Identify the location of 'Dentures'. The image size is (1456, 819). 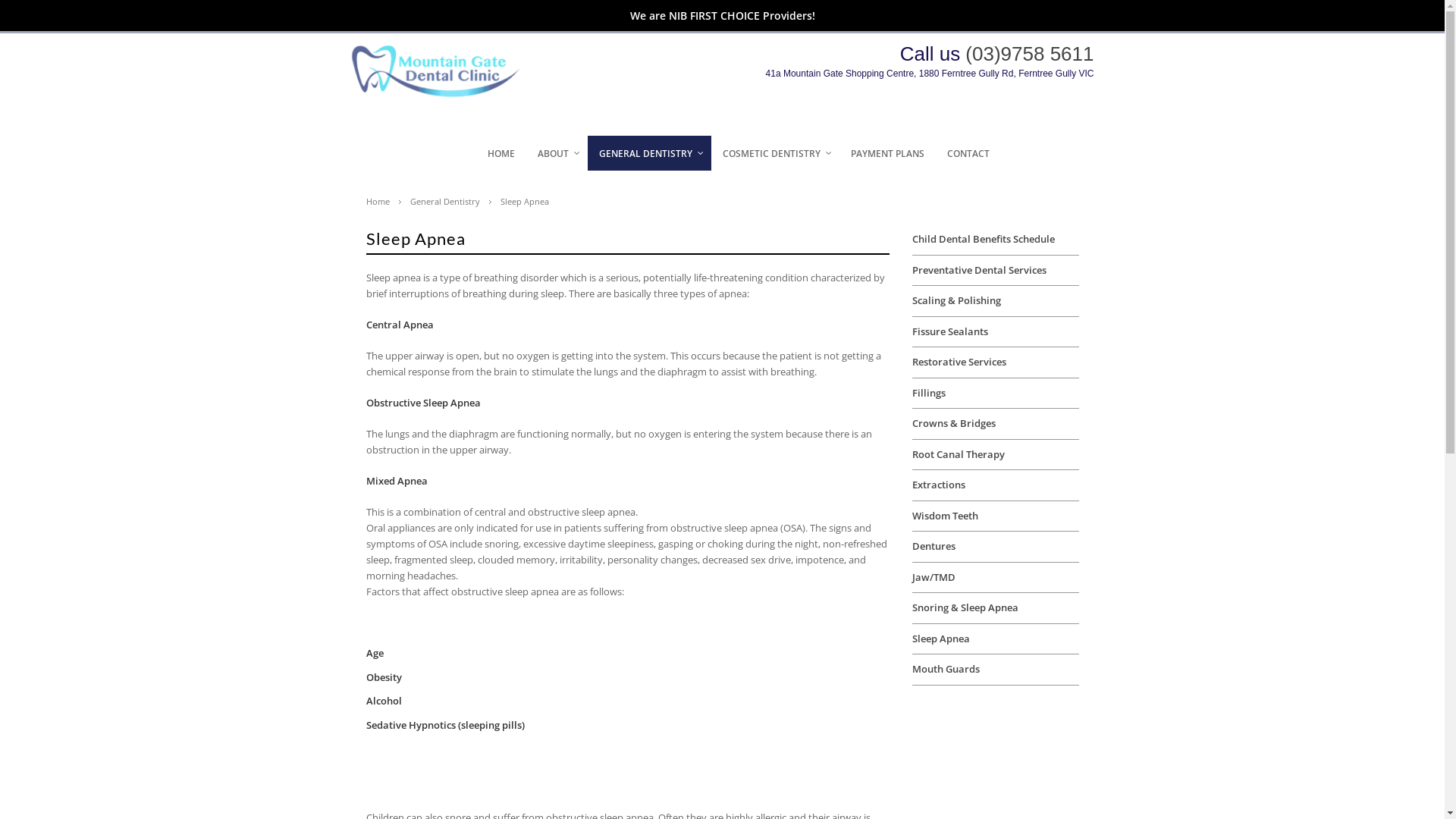
(932, 546).